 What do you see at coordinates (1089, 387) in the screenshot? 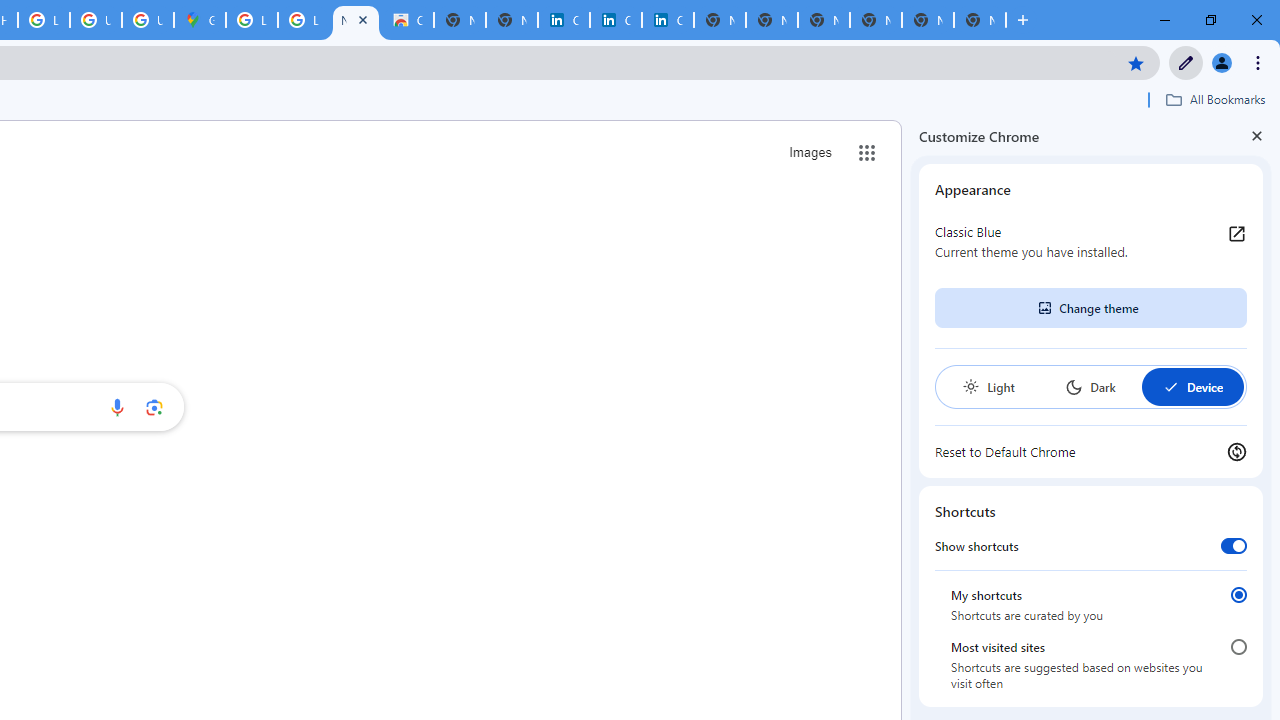
I see `'Dark'` at bounding box center [1089, 387].